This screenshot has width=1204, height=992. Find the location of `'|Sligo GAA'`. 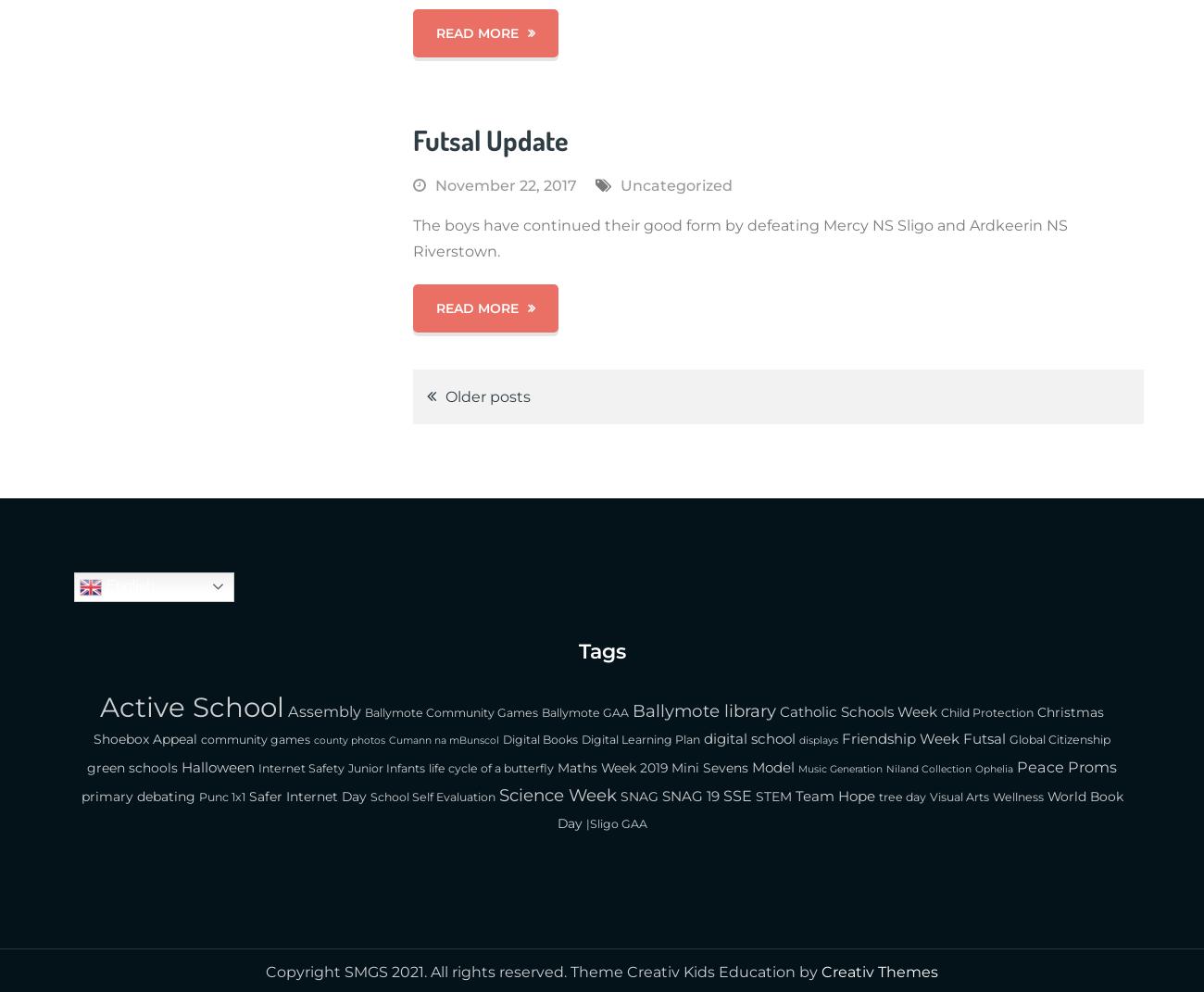

'|Sligo GAA' is located at coordinates (614, 823).